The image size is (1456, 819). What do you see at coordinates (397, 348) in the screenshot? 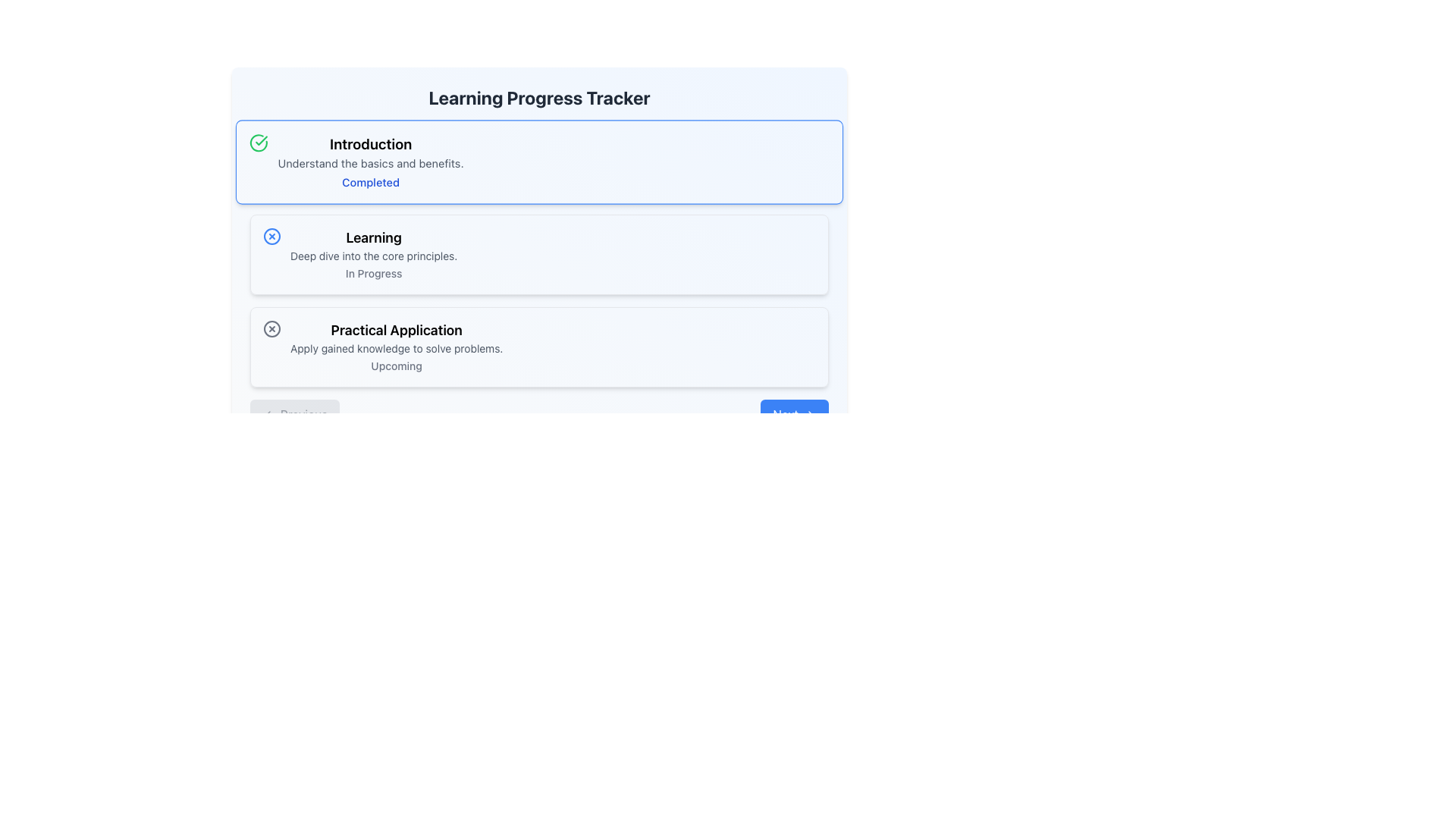
I see `the static text element that serves as a descriptive subtitle for the 'Practical Application' section, which is located immediately below the title and centered horizontally` at bounding box center [397, 348].